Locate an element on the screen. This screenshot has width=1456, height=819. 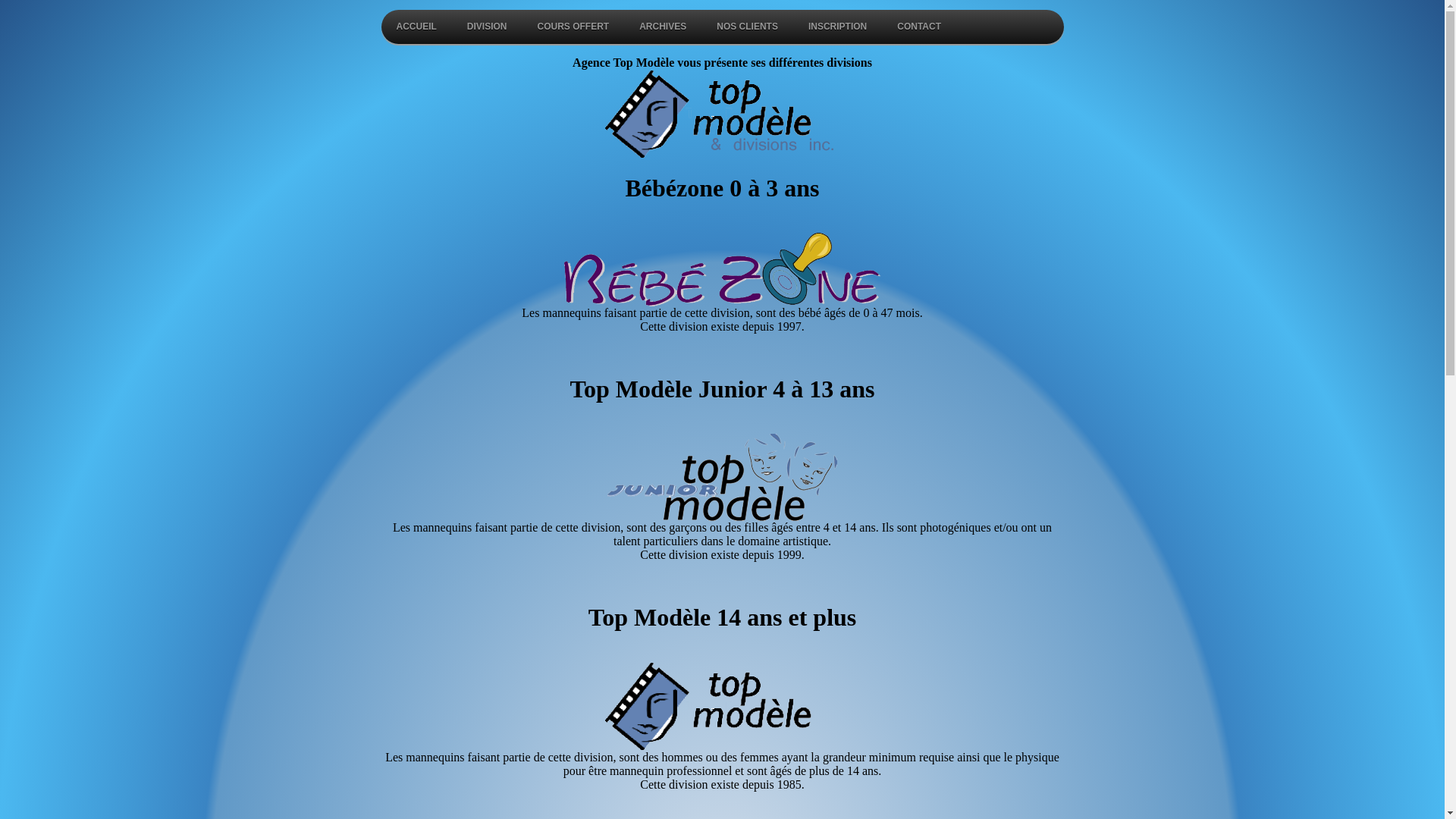
'DIVISION' is located at coordinates (487, 27).